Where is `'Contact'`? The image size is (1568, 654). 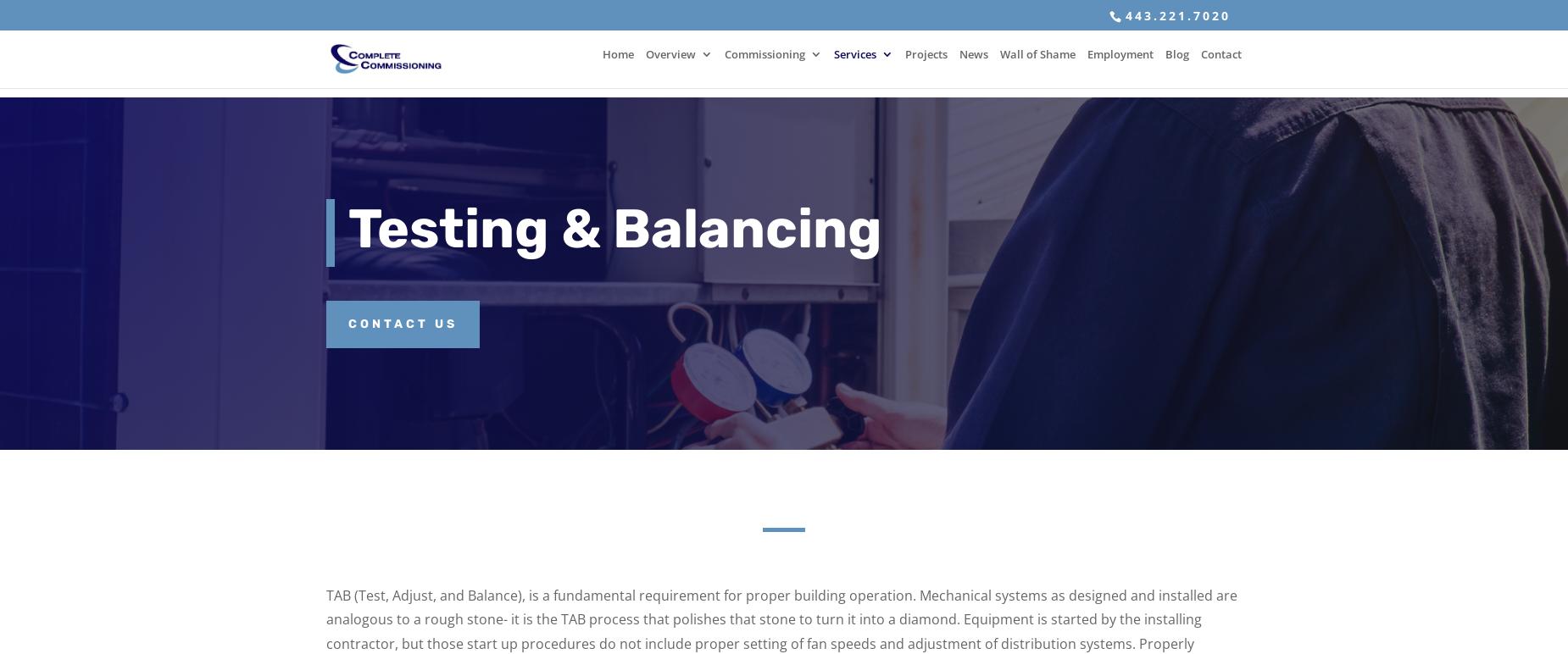 'Contact' is located at coordinates (1220, 64).